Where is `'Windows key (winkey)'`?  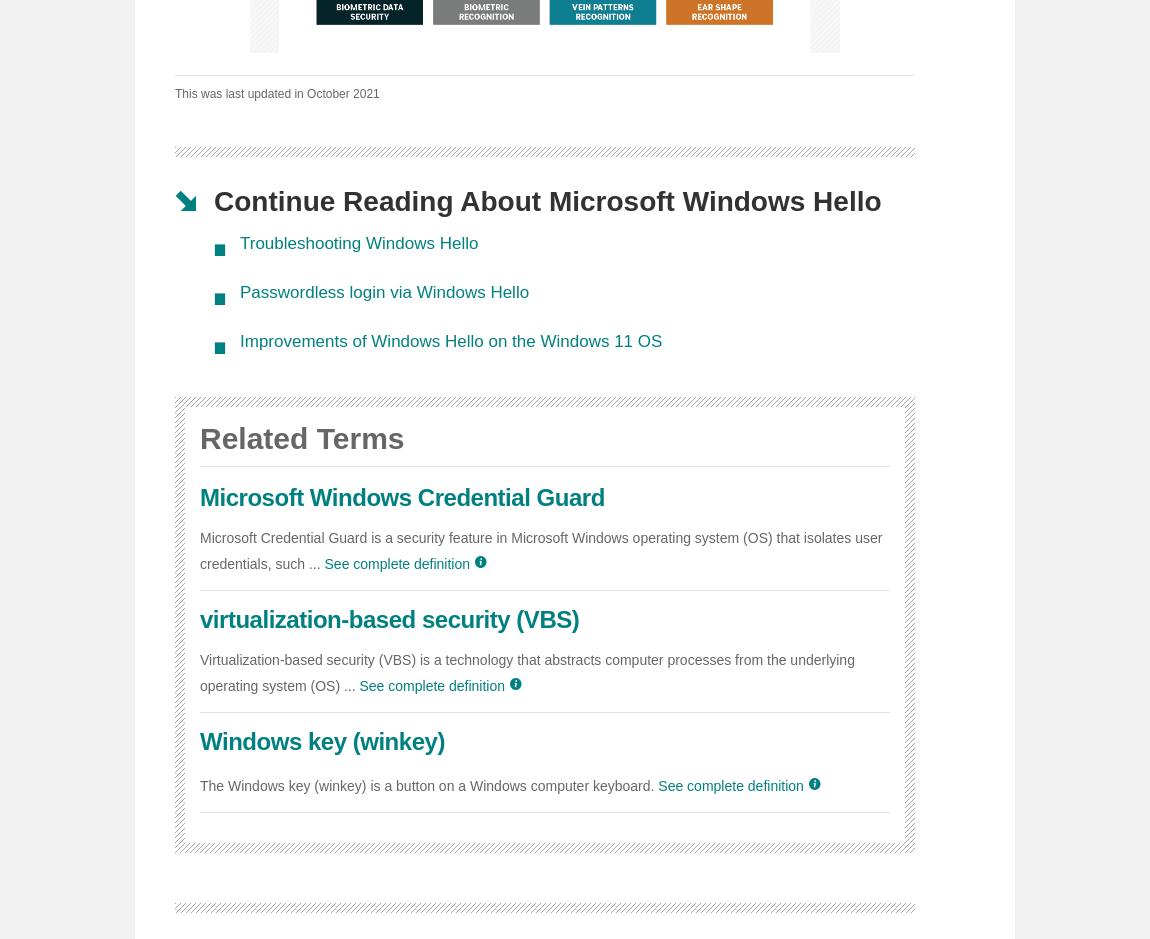 'Windows key (winkey)' is located at coordinates (198, 740).